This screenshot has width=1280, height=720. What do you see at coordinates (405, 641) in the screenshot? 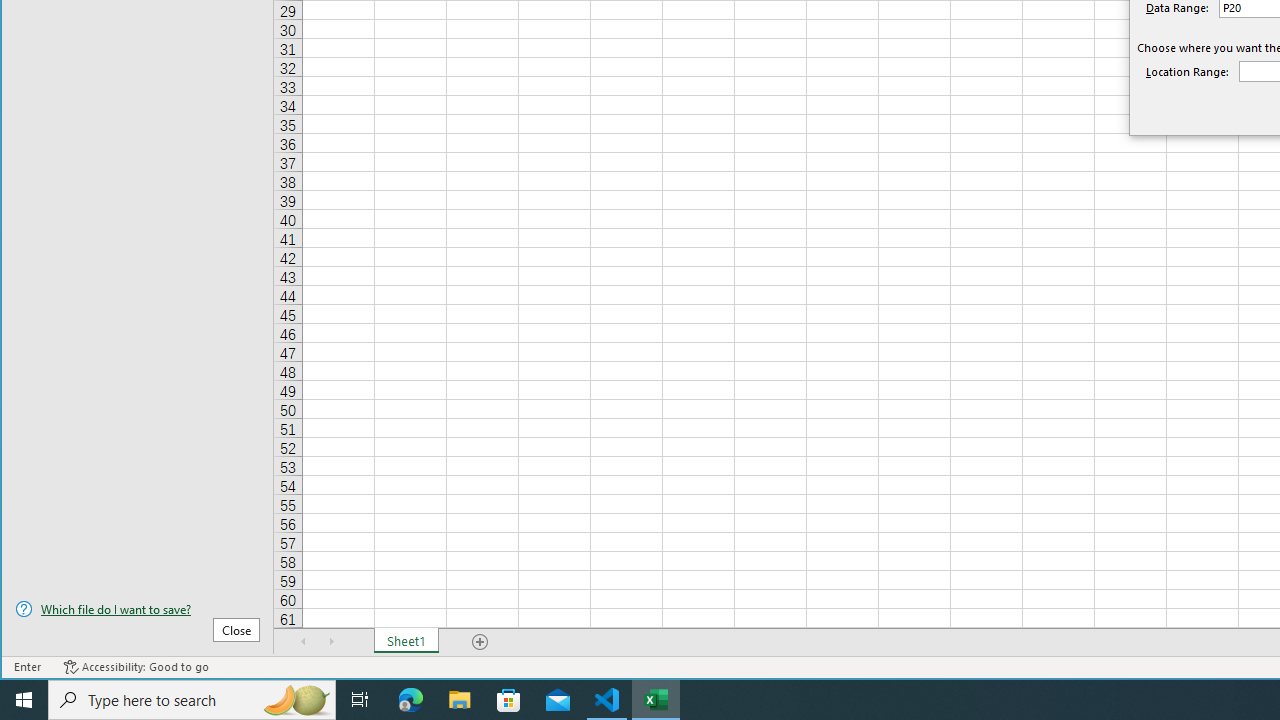
I see `'Sheet1'` at bounding box center [405, 641].